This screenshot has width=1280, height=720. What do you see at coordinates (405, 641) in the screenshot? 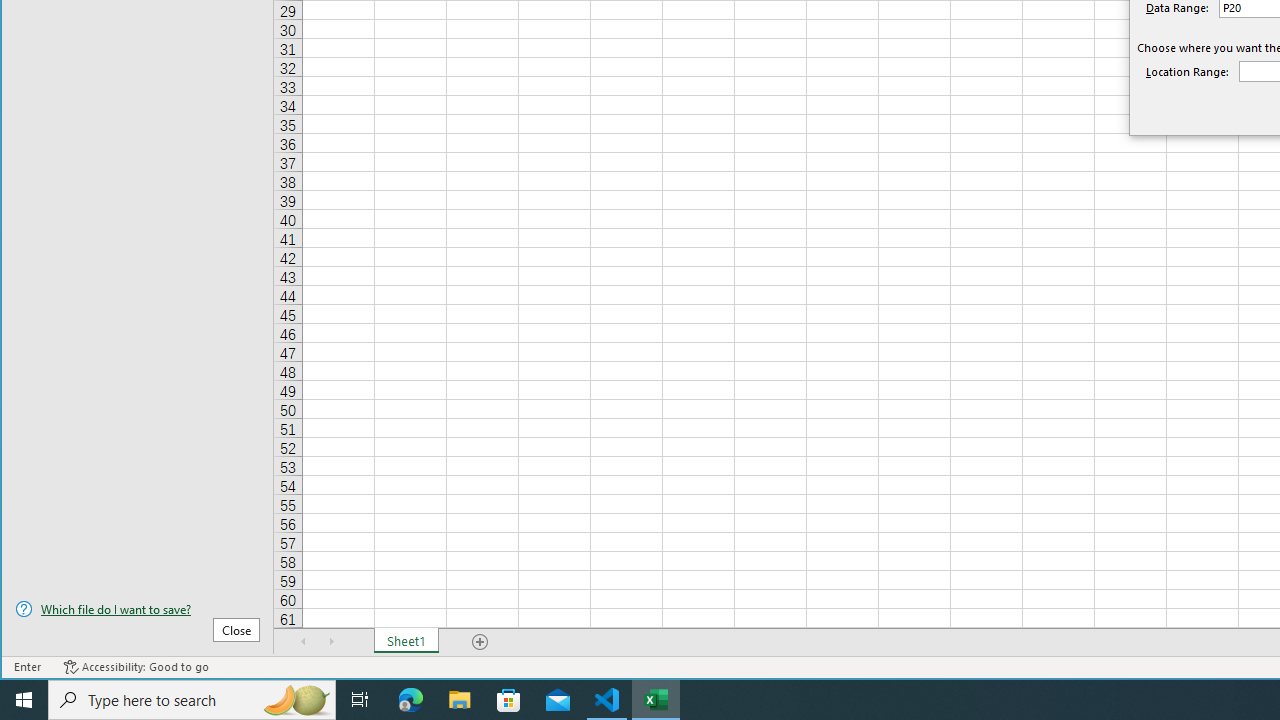
I see `'Sheet1'` at bounding box center [405, 641].